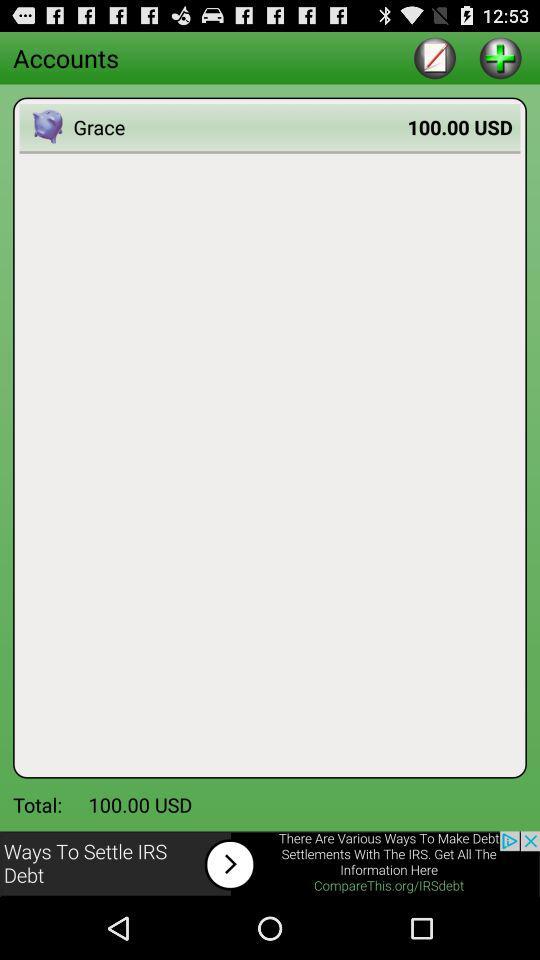  Describe the element at coordinates (499, 61) in the screenshot. I see `the add icon` at that location.